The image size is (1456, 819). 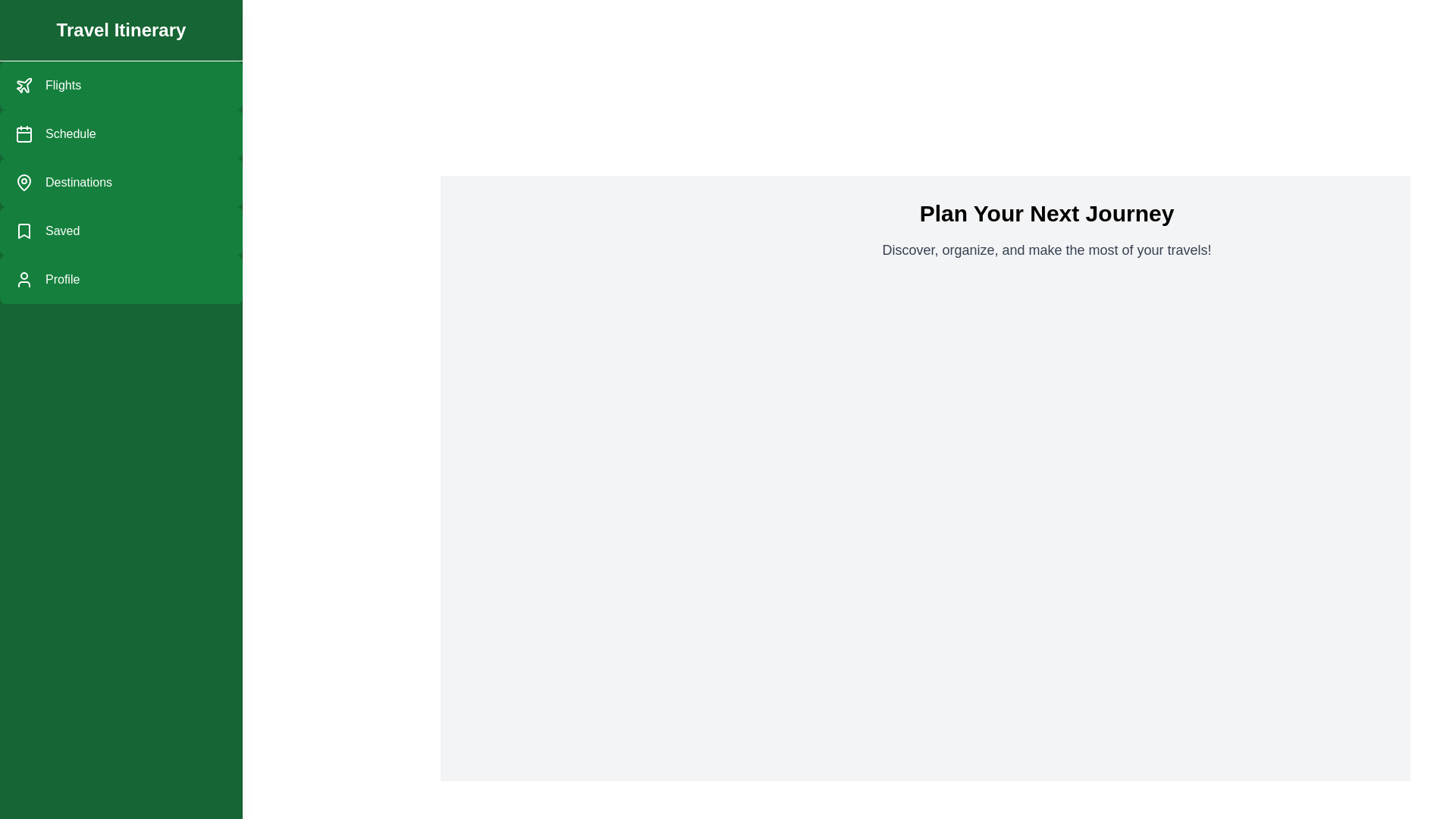 I want to click on the 'Flights' navigation icon located in the left-side menu, so click(x=24, y=85).